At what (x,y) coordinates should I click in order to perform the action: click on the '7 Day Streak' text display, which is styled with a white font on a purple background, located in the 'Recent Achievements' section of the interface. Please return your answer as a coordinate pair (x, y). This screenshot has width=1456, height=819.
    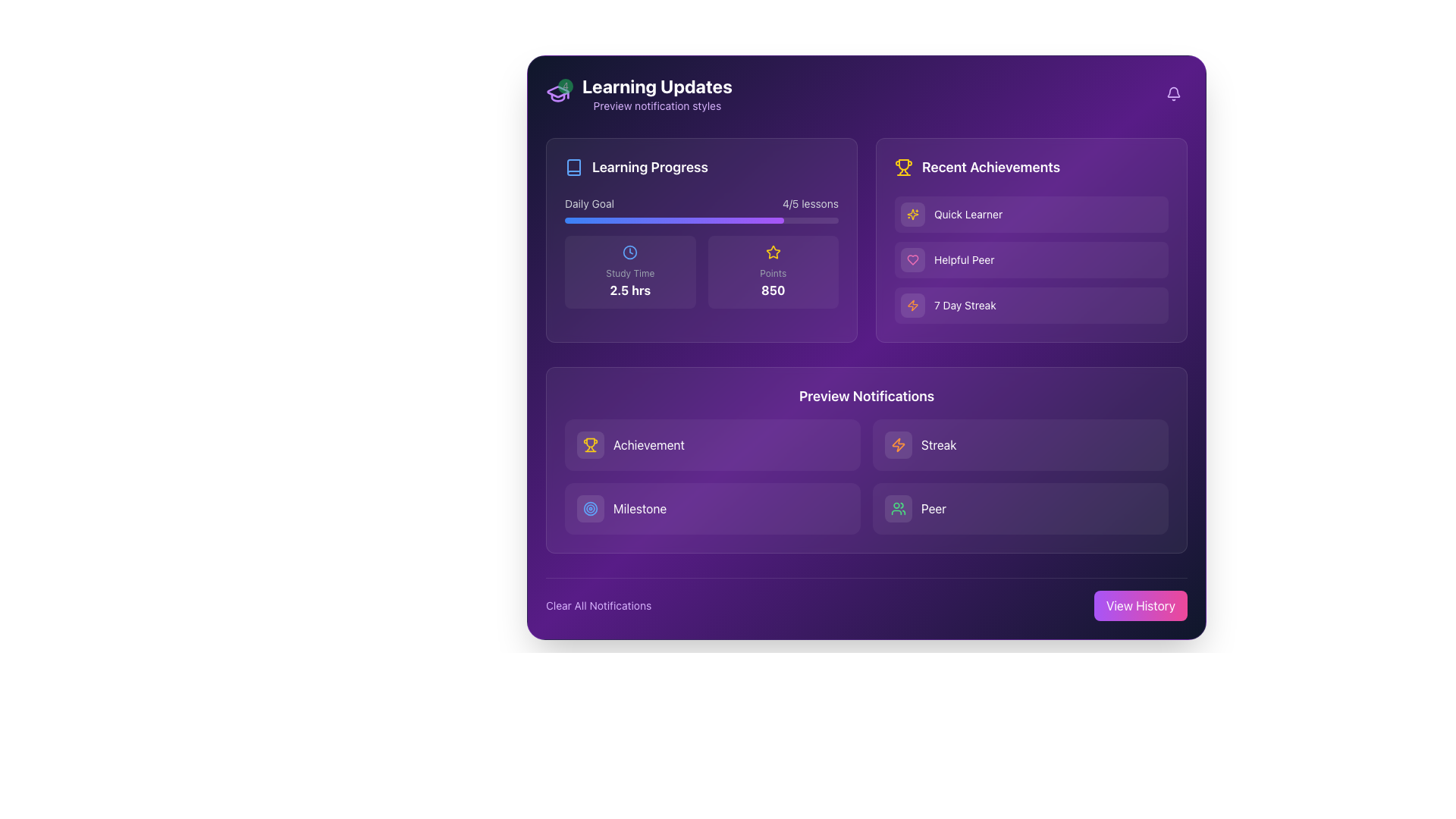
    Looking at the image, I should click on (964, 305).